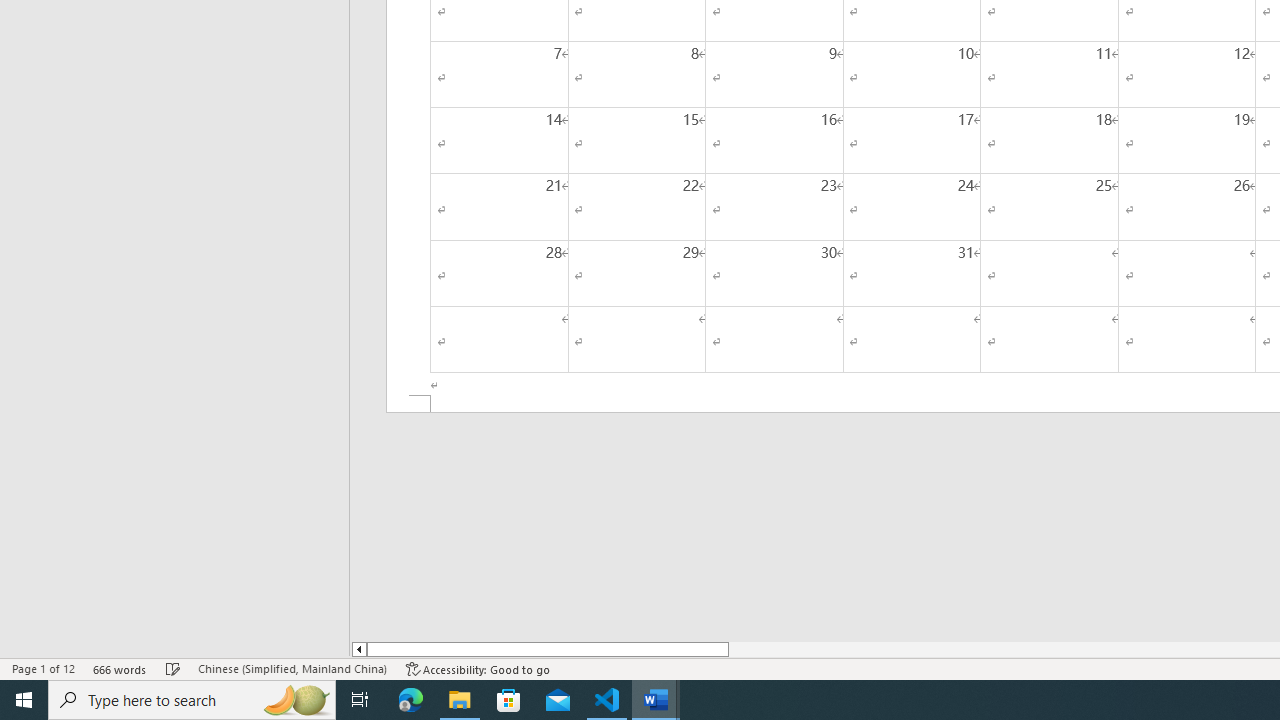 This screenshot has width=1280, height=720. What do you see at coordinates (477, 669) in the screenshot?
I see `'Accessibility Checker Accessibility: Good to go'` at bounding box center [477, 669].